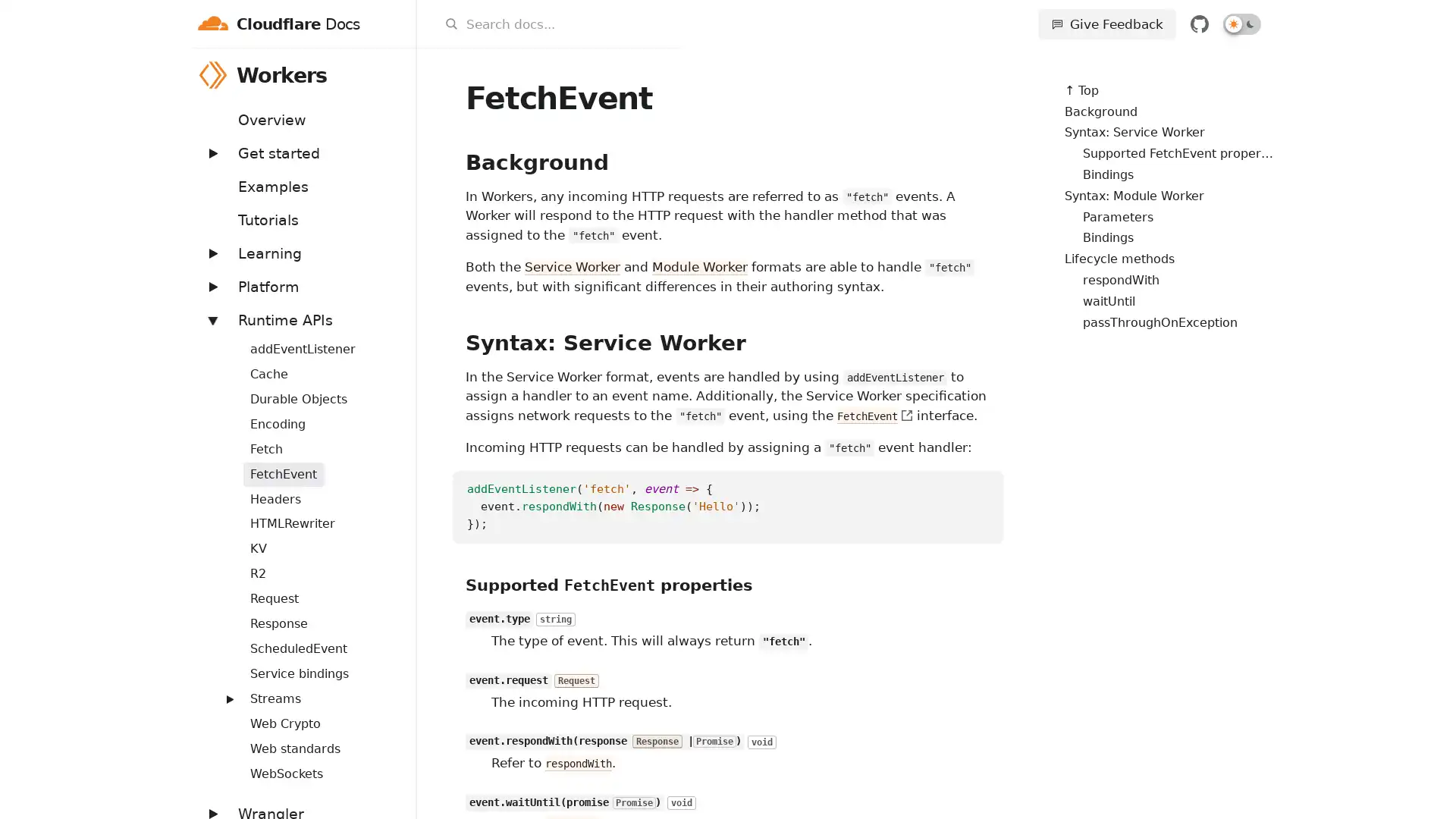  Describe the element at coordinates (396, 74) in the screenshot. I see `Workers menu` at that location.